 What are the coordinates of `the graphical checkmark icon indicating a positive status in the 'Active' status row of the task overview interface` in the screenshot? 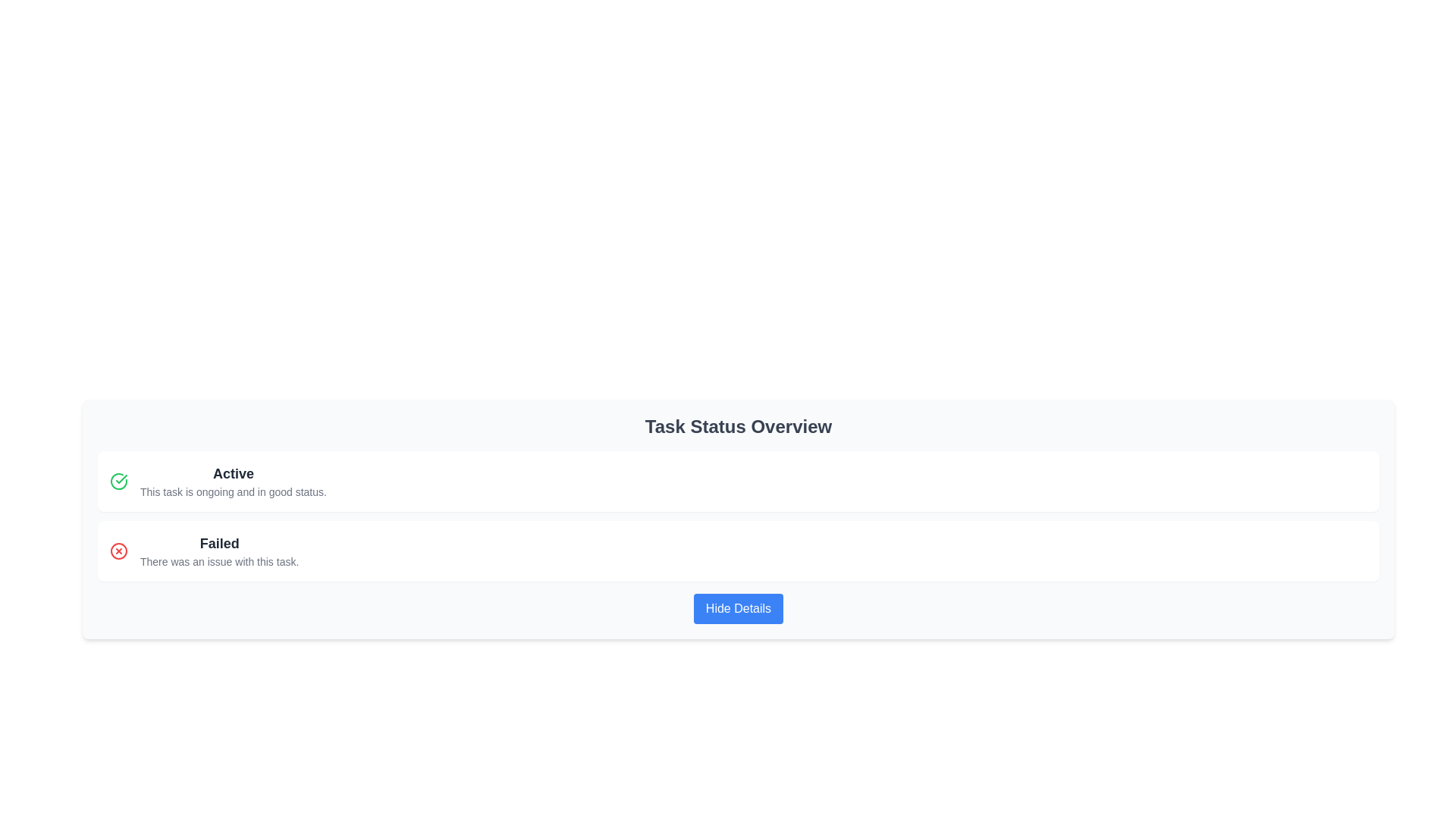 It's located at (121, 479).